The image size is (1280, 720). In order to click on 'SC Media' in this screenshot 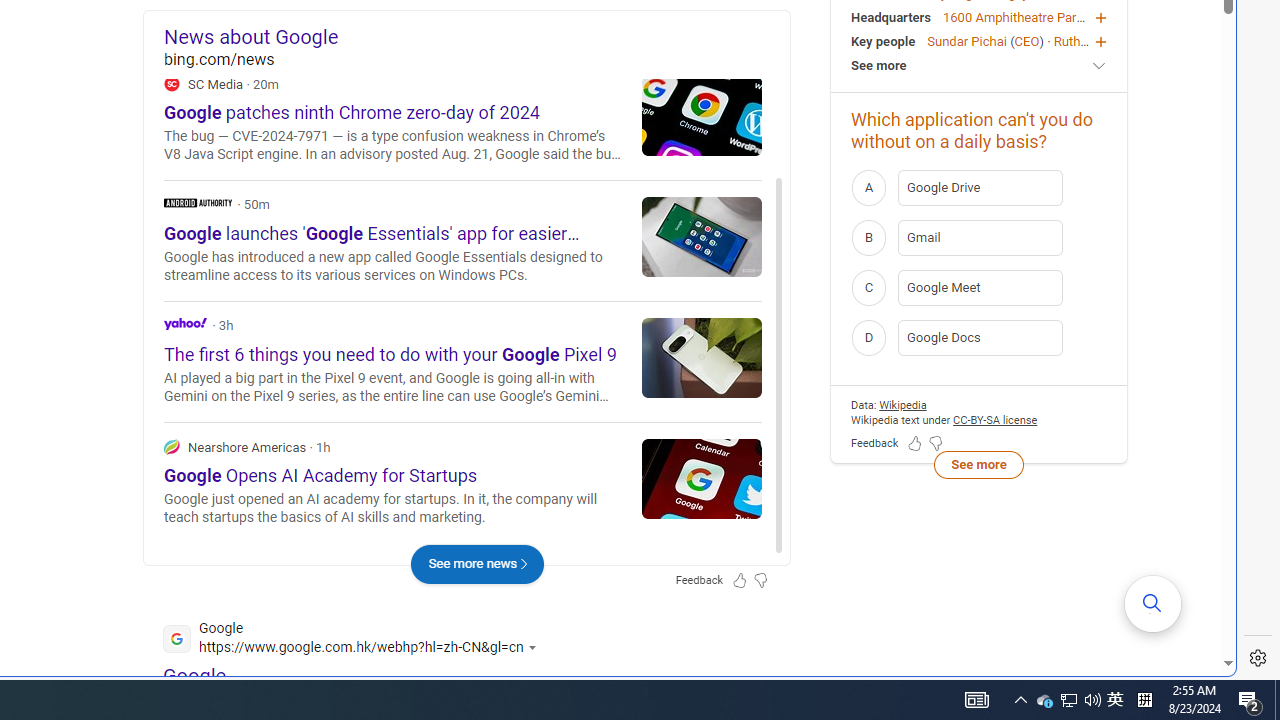, I will do `click(172, 82)`.